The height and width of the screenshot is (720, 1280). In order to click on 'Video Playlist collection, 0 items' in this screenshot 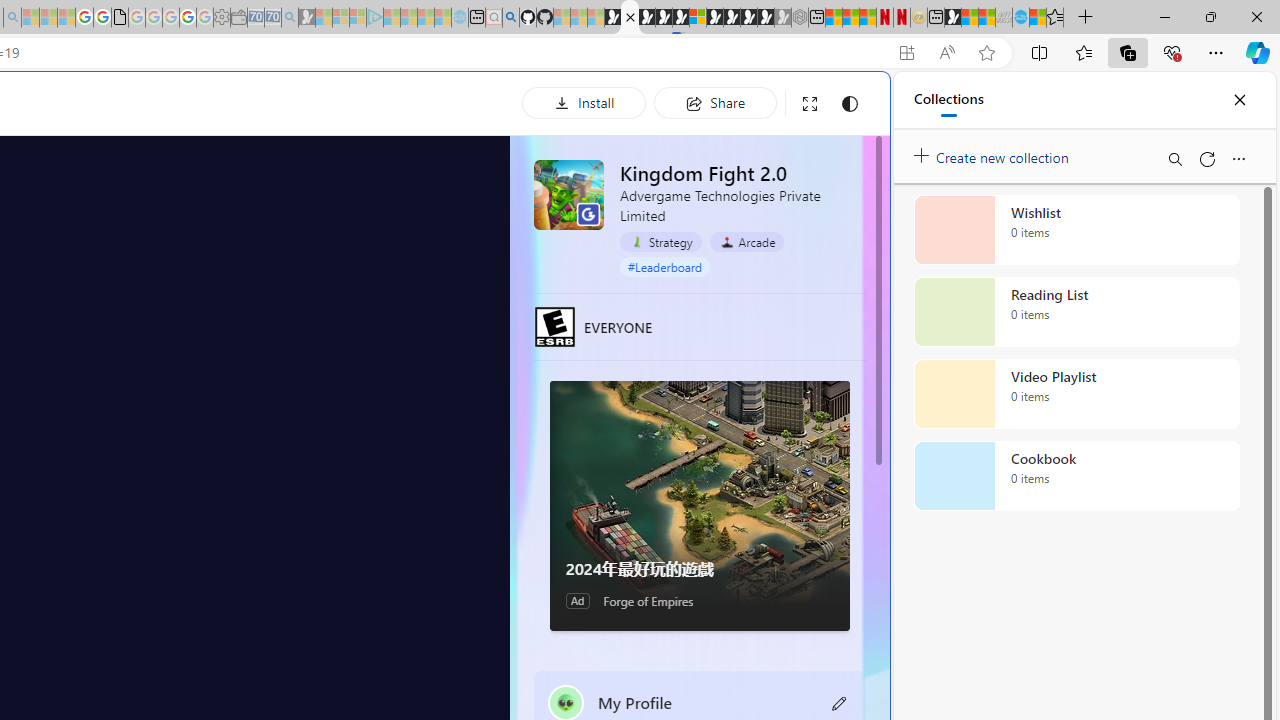, I will do `click(1076, 394)`.